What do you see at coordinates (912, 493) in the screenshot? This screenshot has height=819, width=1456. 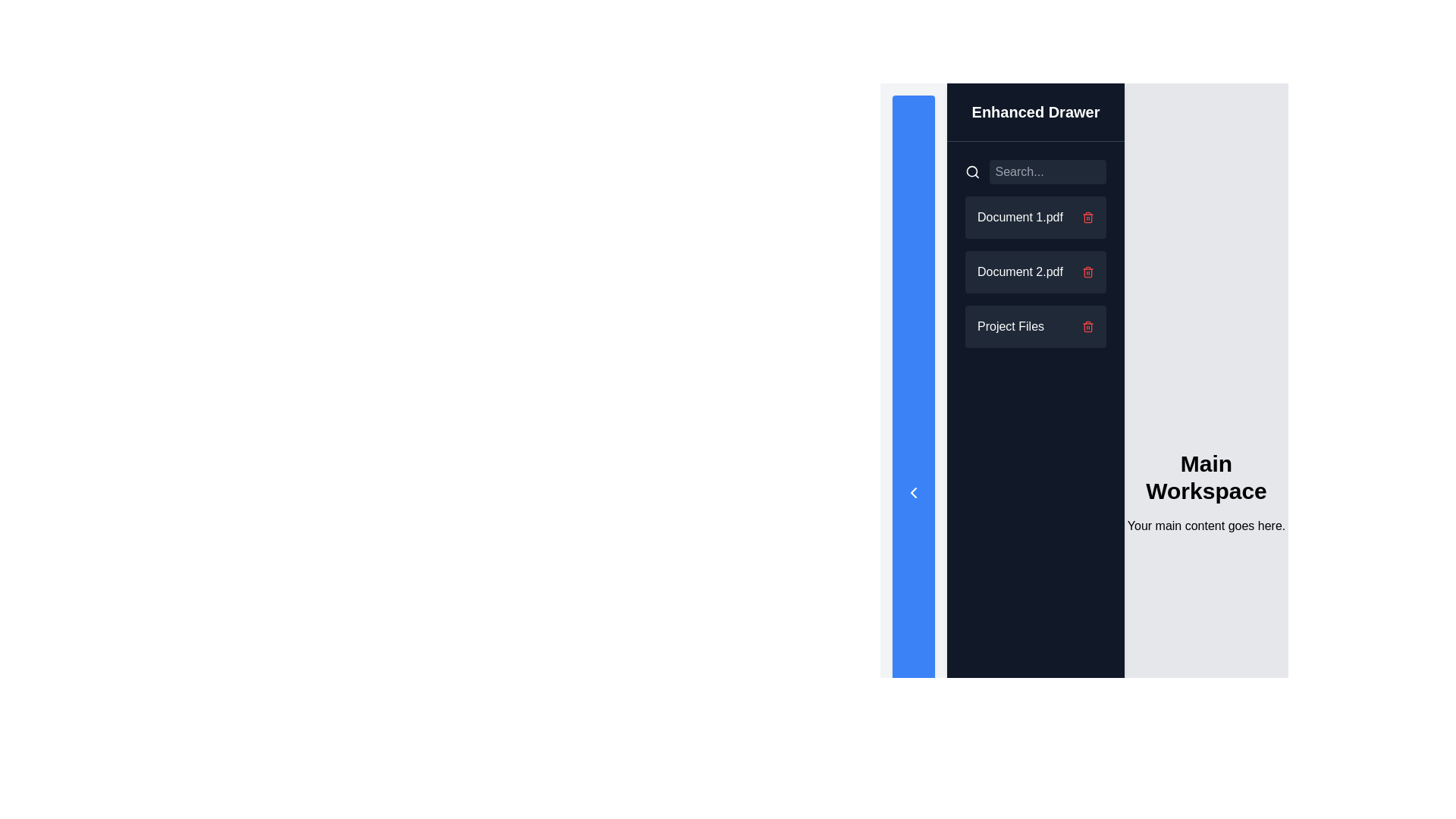 I see `the small left-pointing chevron-shaped icon button with a blue background` at bounding box center [912, 493].